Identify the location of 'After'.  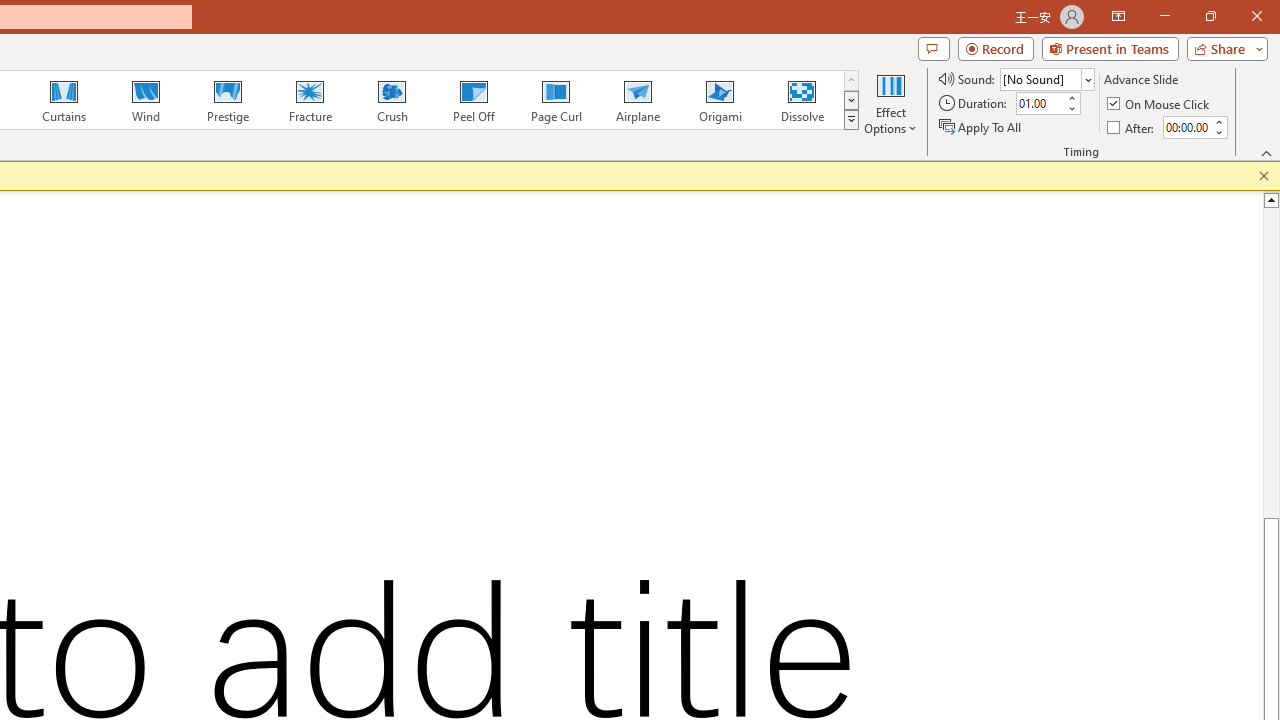
(1132, 127).